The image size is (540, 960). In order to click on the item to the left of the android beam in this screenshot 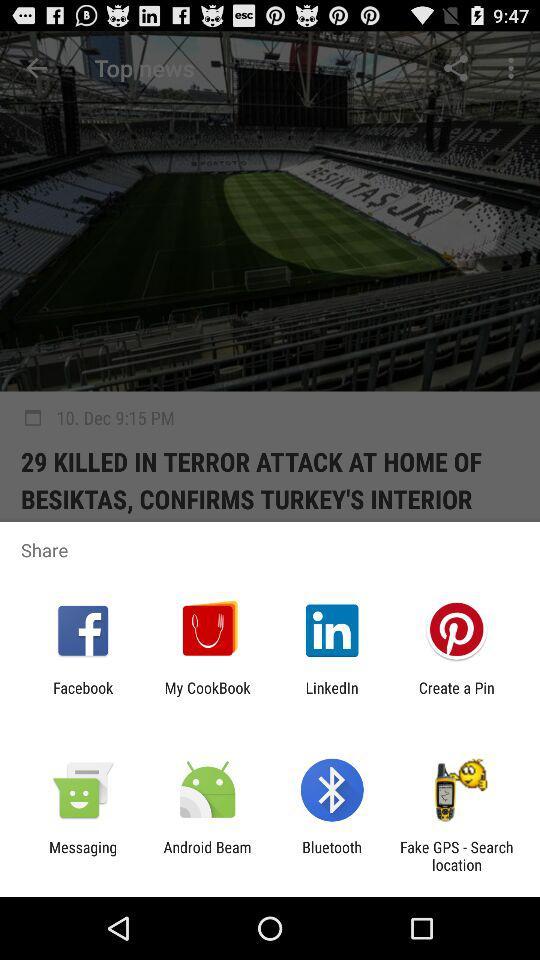, I will do `click(82, 855)`.